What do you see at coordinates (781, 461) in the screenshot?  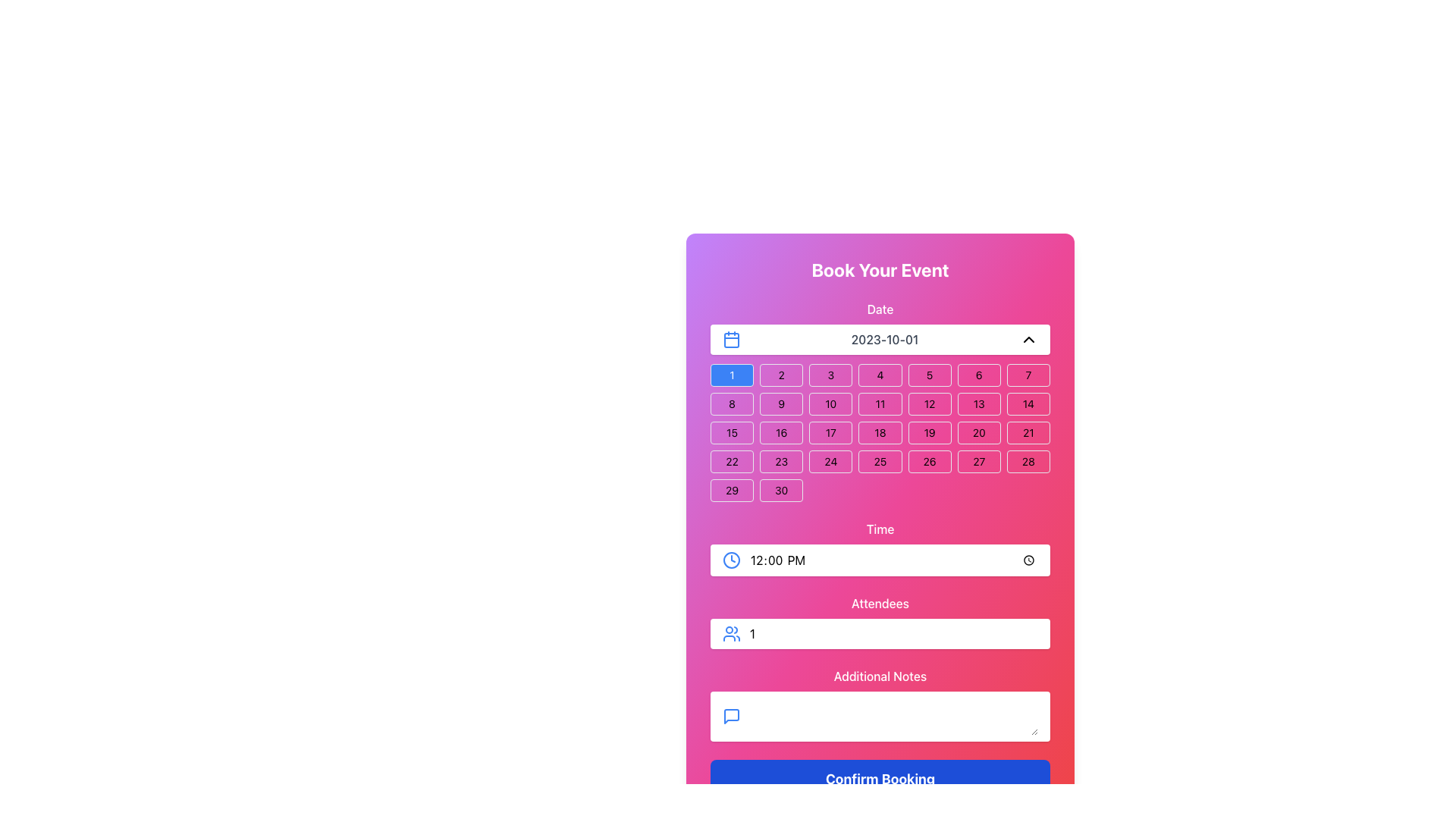 I see `the button representing the 23rd day of the month in the calendar component` at bounding box center [781, 461].